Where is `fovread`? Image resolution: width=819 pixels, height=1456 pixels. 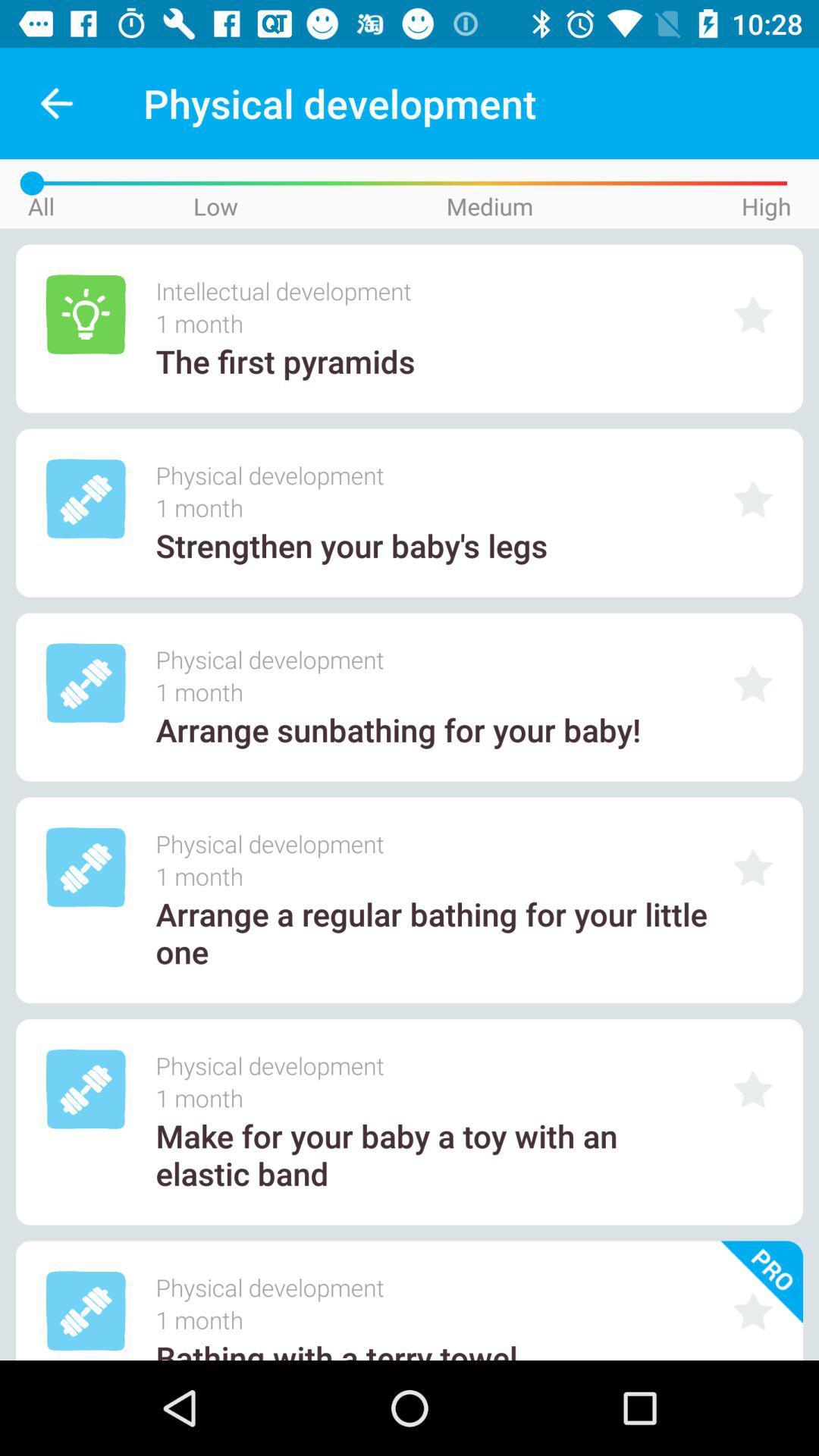 fovread is located at coordinates (753, 314).